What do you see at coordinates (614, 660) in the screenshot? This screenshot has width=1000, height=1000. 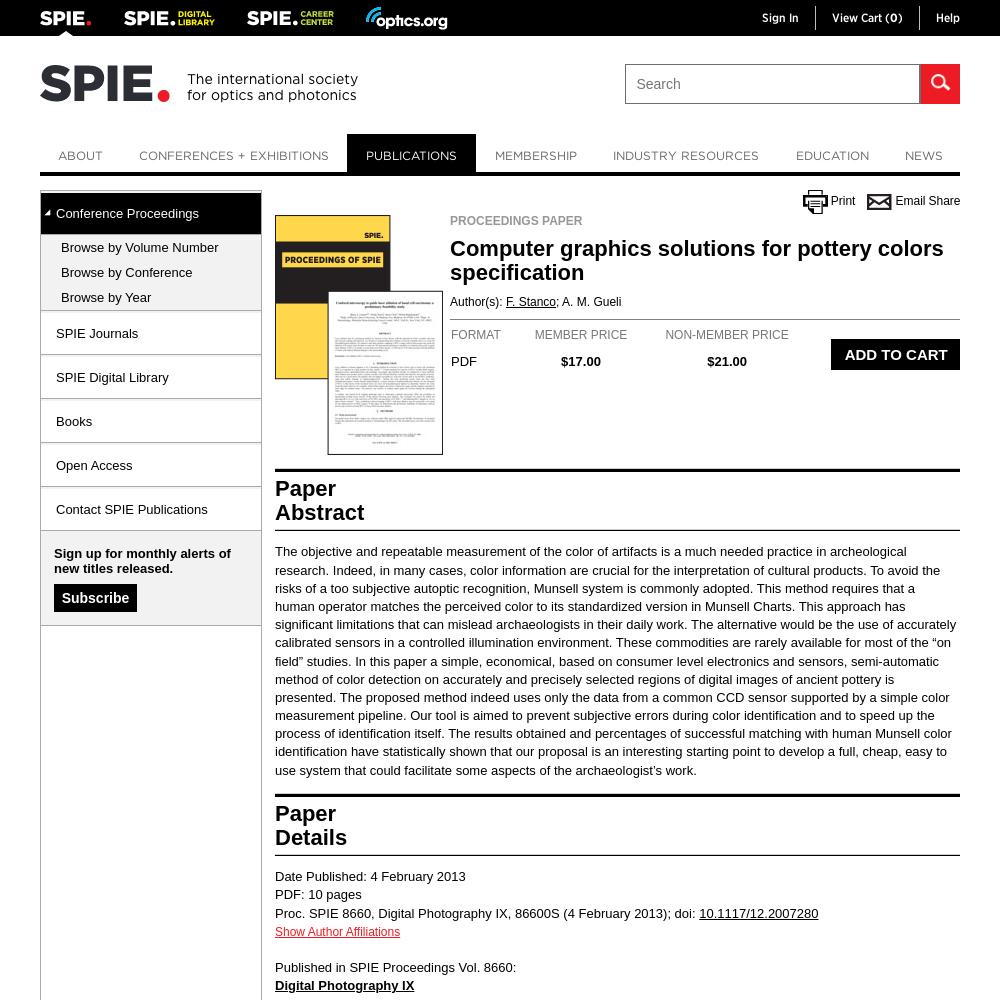 I see `'The objective and repeatable measurement of the color of artifacts is a much needed practice in archeological research.
Indeed, in many cases, color information are crucial for the interpretation of cultural products. To avoid the risks of a too
subjective autoptic recognition, Munsell system is commonly adopted. This method requires that a human operator
matches the perceived color to its standardized version in Munsell Charts. This approach has significant limitations that
can mislead archaeologists in their daily work. The alternative would be the use of accurately calibrated sensors in a
controlled illumination environment. These commodities are rarely available for most of the “on field” studies. In this
paper a simple, economical, based on consumer level electronics and sensors, semi-automatic method of color detection
on accurately and precisely selected regions of digital images of ancient pottery is presented. The proposed method
indeed uses only the data from a common CCD sensor supported by a simple color measurement pipeline. Our tool is
aimed to prevent subjective errors during color identification and to speed up the process of identification itself. The
results obtained and percentages of successful matching with human Munsell color identification have statistically shown
that our proposal is an interesting starting point to develop a full, cheap, easy to use system that could facilitate some
aspects of the archaeologist’s work.'` at bounding box center [614, 660].